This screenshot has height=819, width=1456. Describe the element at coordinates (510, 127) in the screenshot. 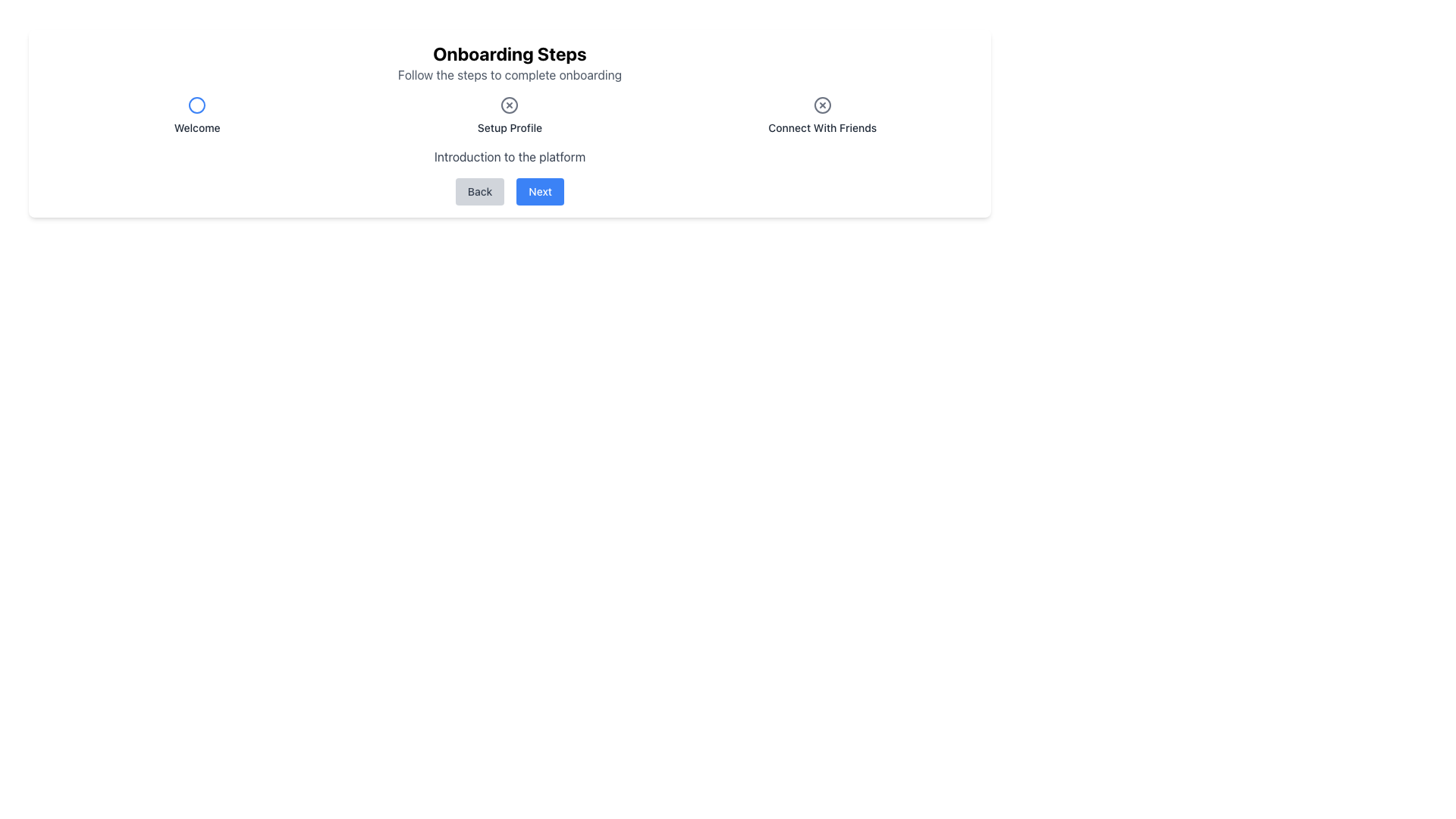

I see `the text label reading 'Setup Profile', which is styled with a medium font weight and grayish color, situated below an icon in the onboarding interface` at that location.